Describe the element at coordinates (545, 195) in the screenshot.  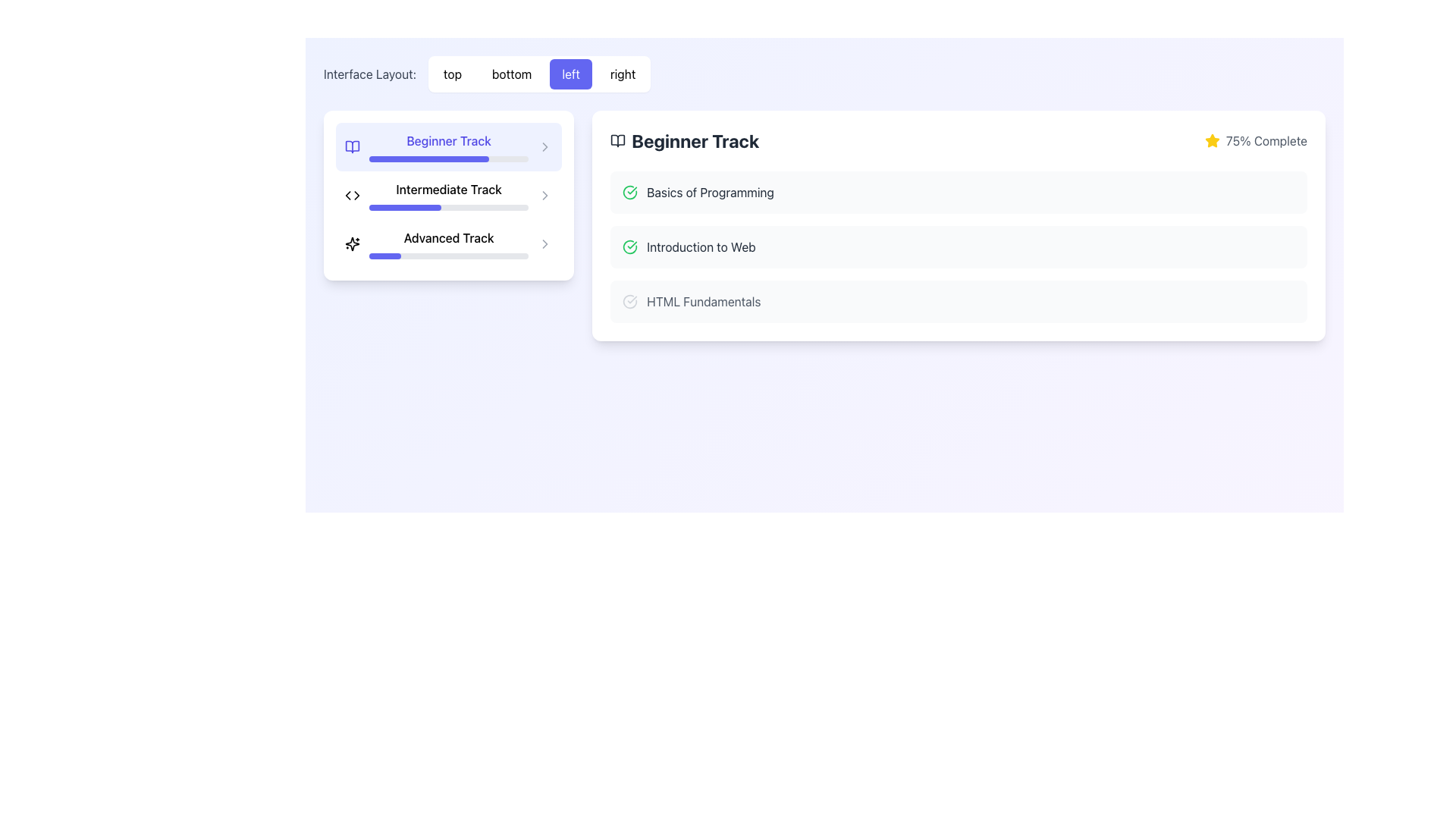
I see `the rightward arrow icon located directly to the right of the 'Advanced Track' label in the navigational menu on the left side of the interface` at that location.